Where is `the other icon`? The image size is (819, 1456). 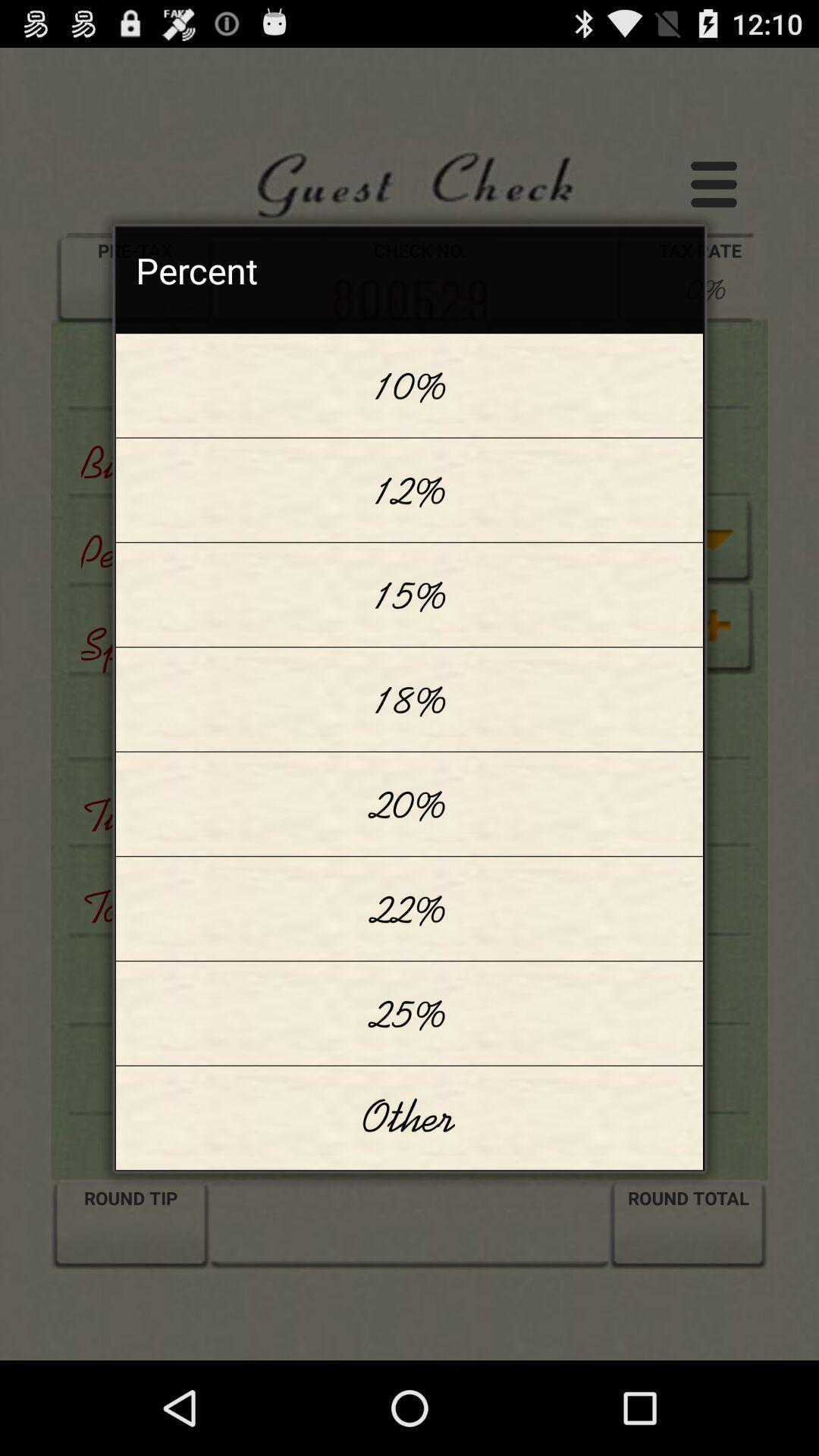
the other icon is located at coordinates (409, 1118).